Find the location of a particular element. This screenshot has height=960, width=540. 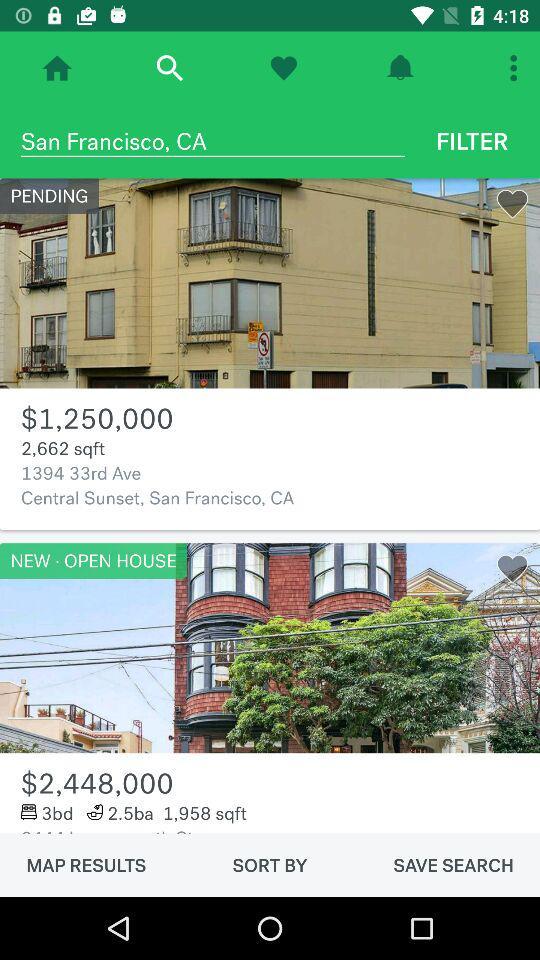

the icon below the 2444 leavenworth st item is located at coordinates (85, 864).